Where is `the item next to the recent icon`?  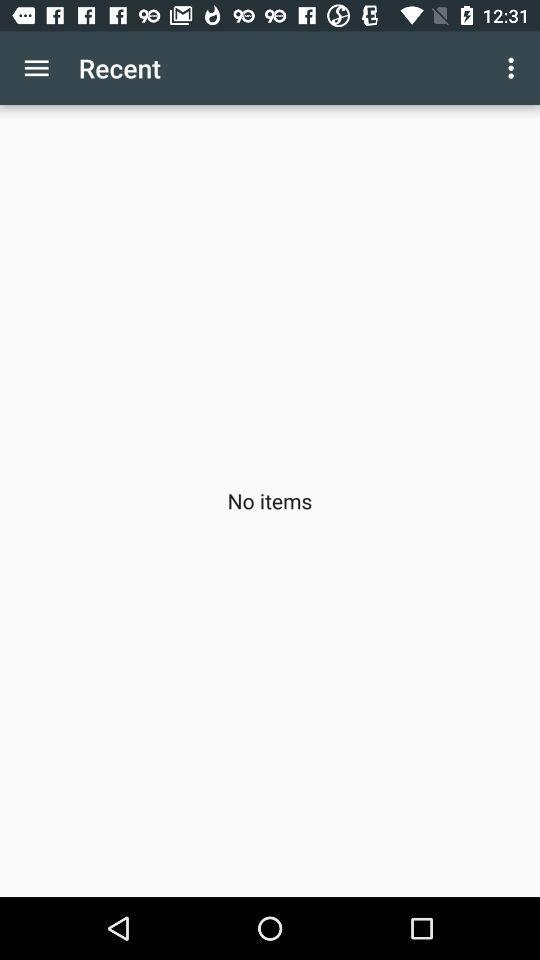 the item next to the recent icon is located at coordinates (36, 68).